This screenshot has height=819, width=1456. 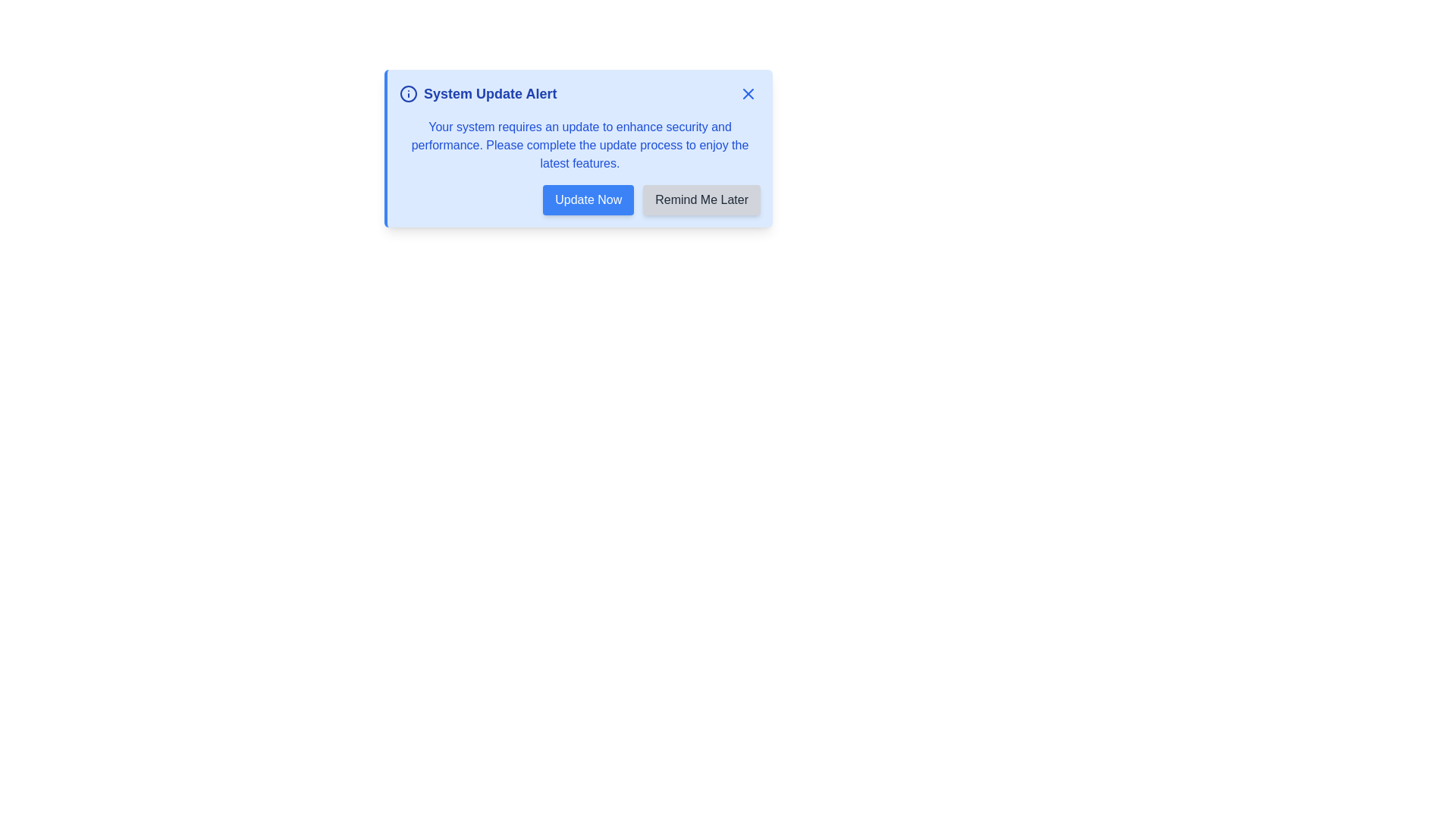 What do you see at coordinates (701, 199) in the screenshot?
I see `the 'Remind Me Later' button, which is a rectangular button with a gray background and centered text, located at the lower right section of the dialog box` at bounding box center [701, 199].